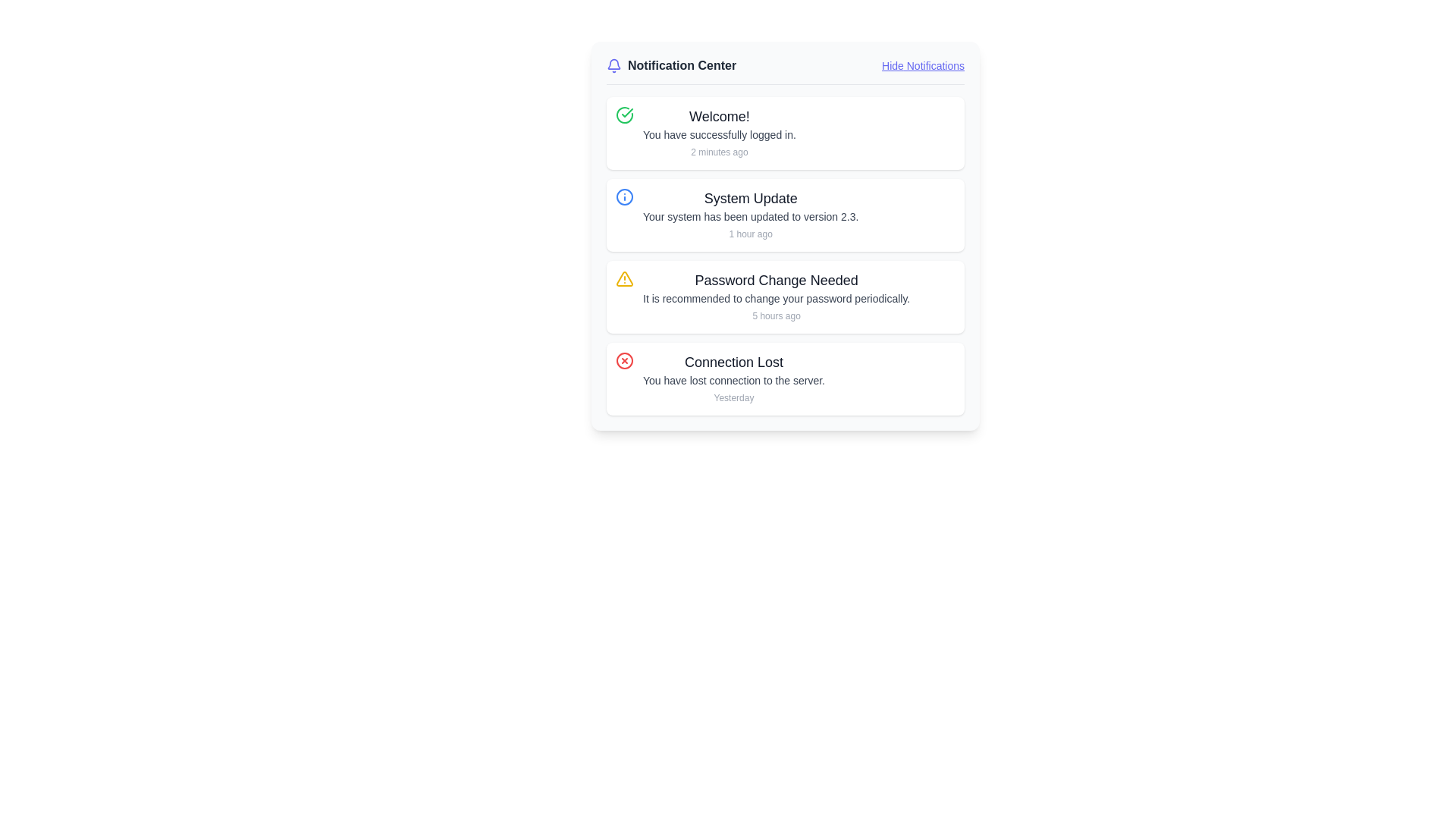 The height and width of the screenshot is (819, 1456). What do you see at coordinates (777, 281) in the screenshot?
I see `the headline text of the third notification alerting the user about a required password change, which is centrally located in the notification panel` at bounding box center [777, 281].